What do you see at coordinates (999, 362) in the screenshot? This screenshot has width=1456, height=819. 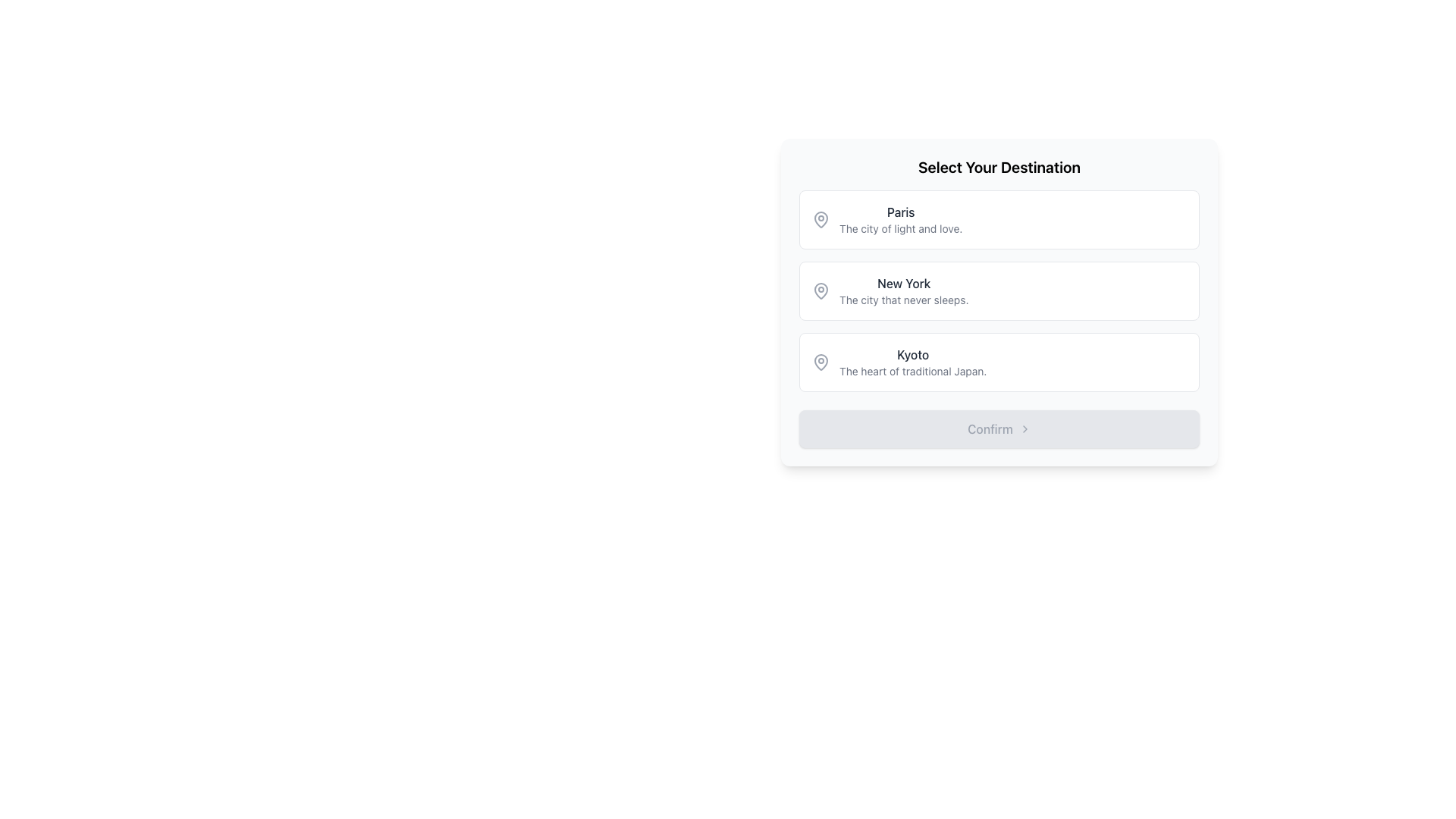 I see `the selectable card labeled 'Kyoto'` at bounding box center [999, 362].